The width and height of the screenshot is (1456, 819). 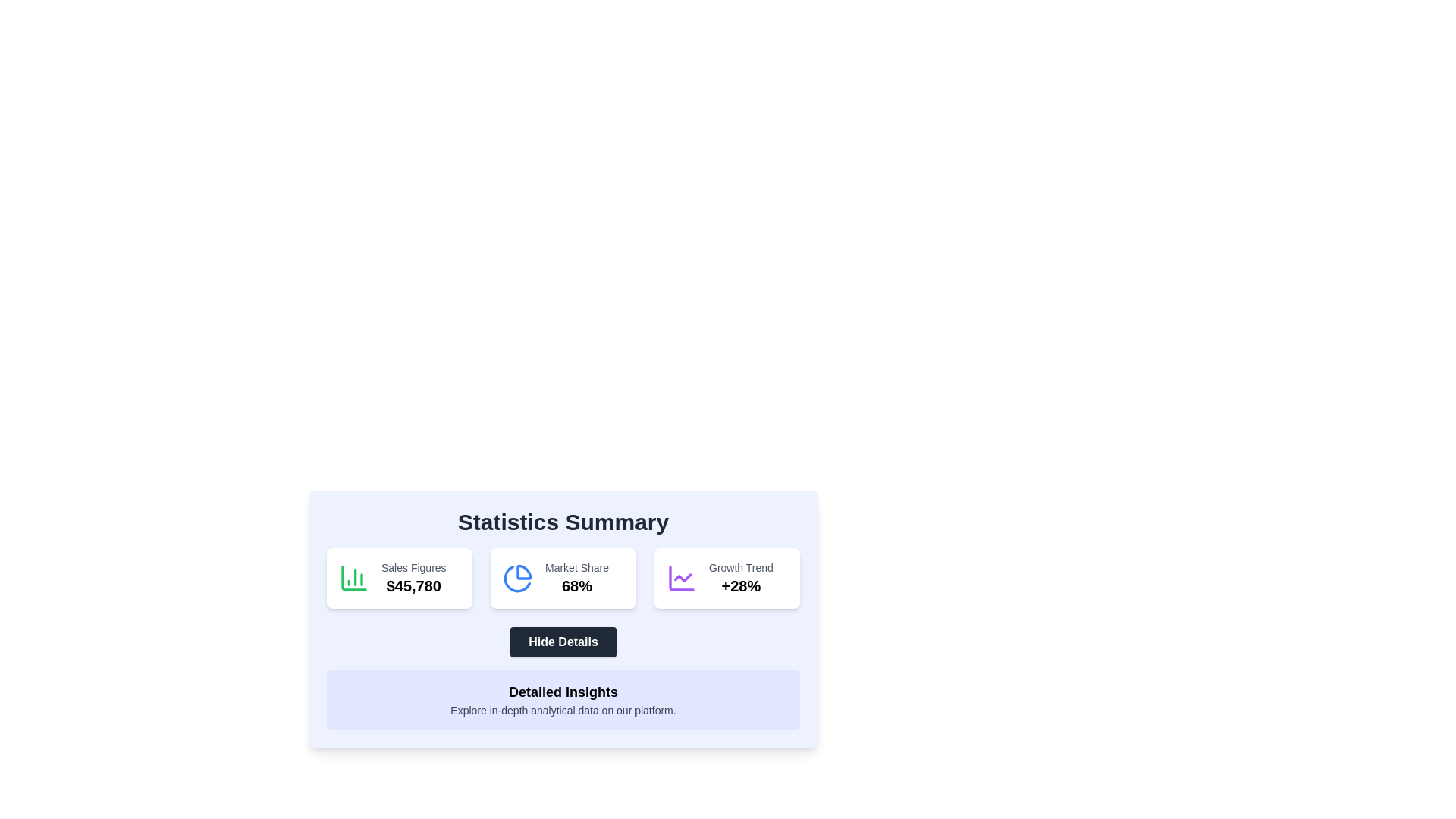 What do you see at coordinates (413, 579) in the screenshot?
I see `the Data Display Component labeled 'Sales Figures' which shows the value '$45,780' if it is interactive` at bounding box center [413, 579].